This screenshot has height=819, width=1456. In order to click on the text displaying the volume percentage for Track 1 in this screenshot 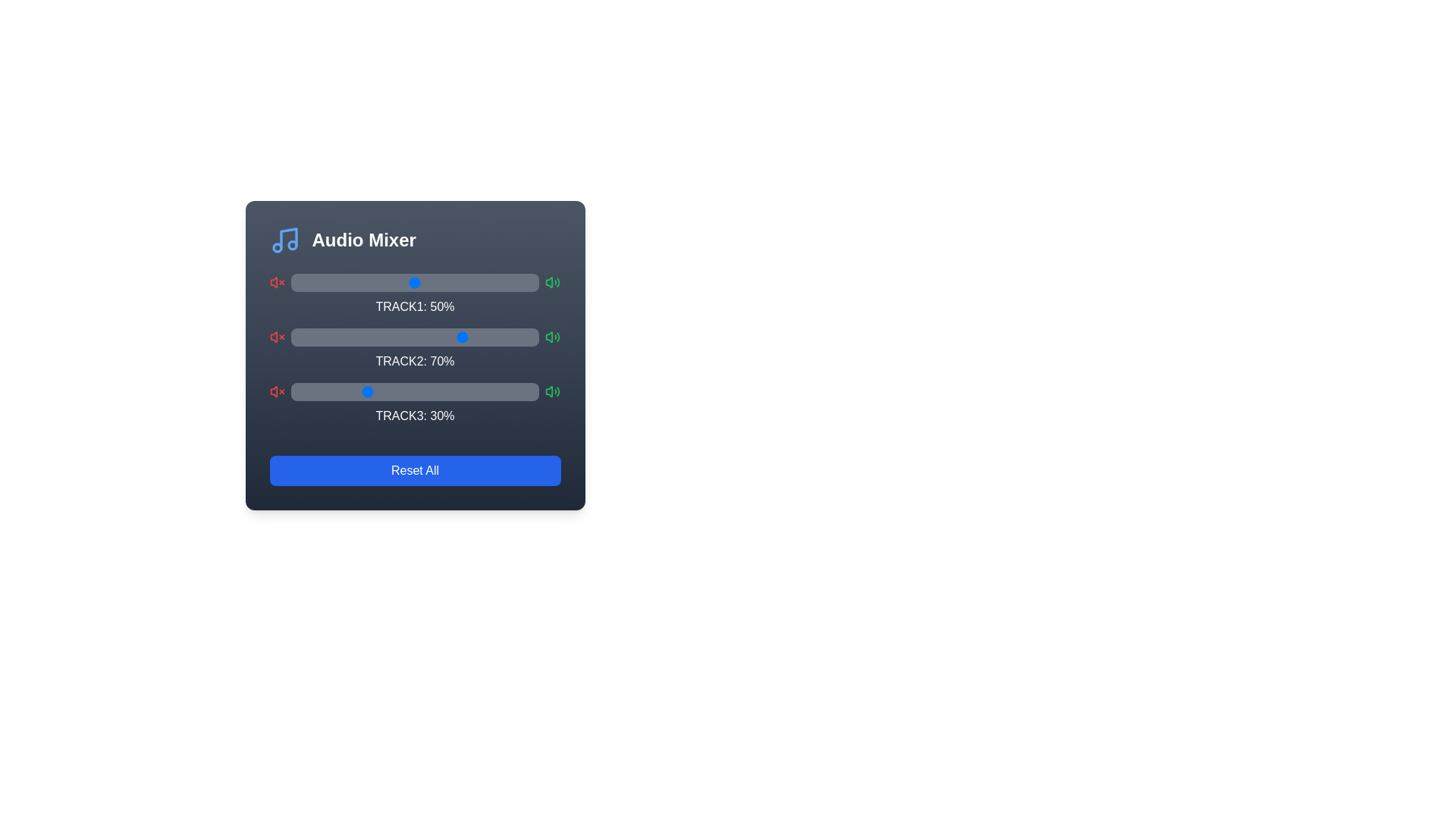, I will do `click(415, 307)`.